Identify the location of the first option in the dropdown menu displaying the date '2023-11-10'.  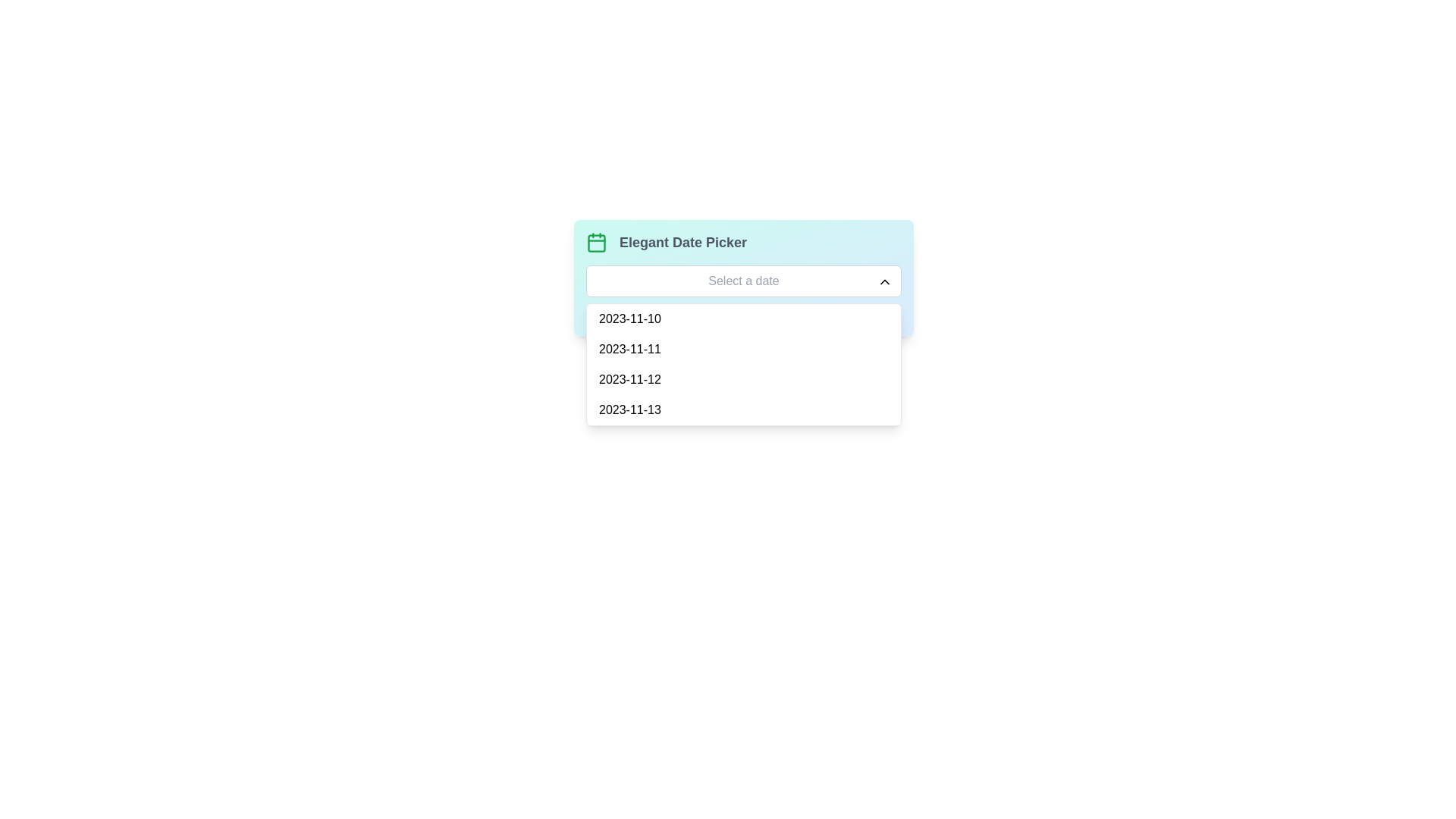
(743, 318).